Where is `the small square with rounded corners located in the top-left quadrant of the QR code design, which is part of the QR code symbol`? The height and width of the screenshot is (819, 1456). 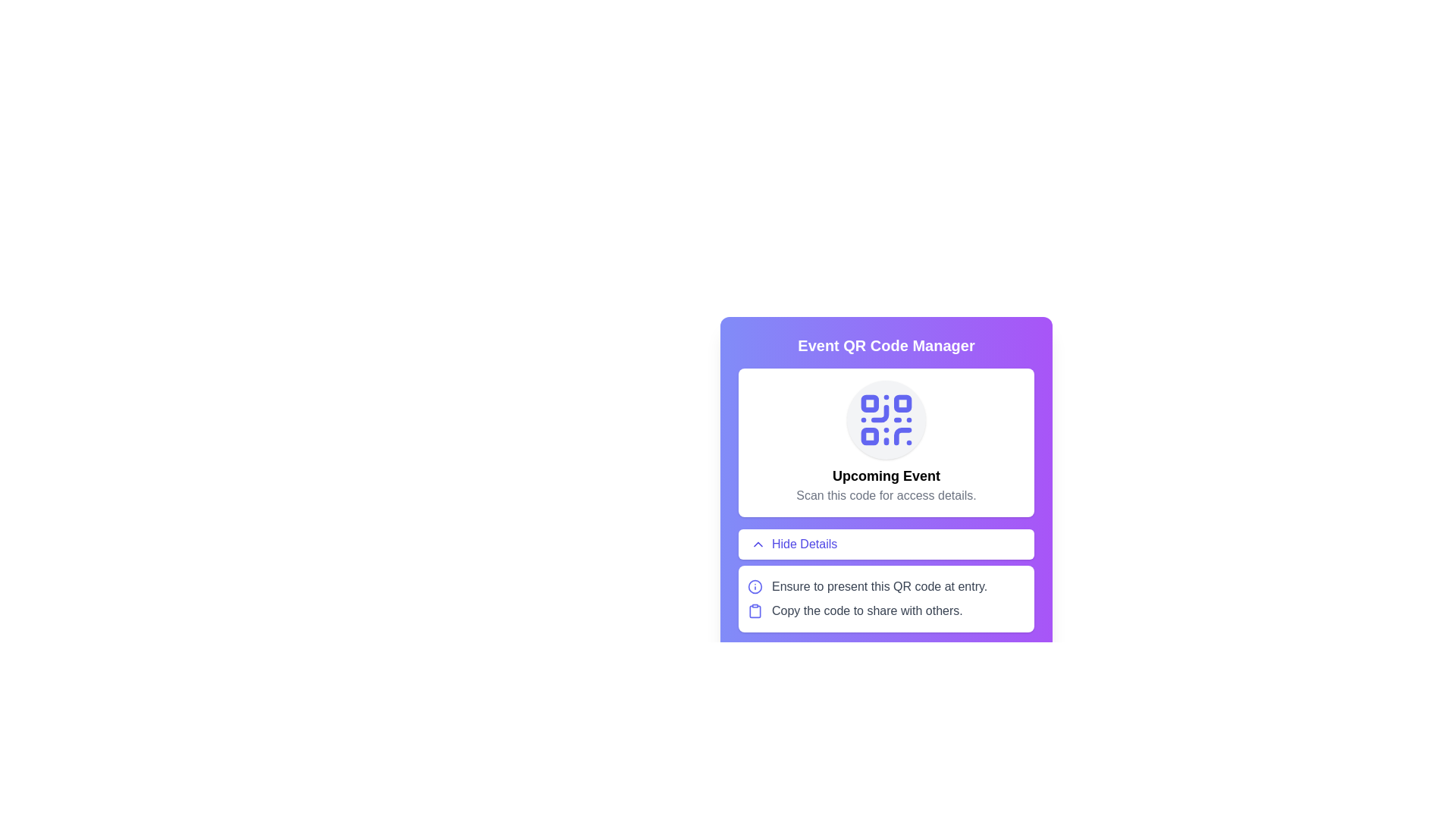
the small square with rounded corners located in the top-left quadrant of the QR code design, which is part of the QR code symbol is located at coordinates (870, 403).